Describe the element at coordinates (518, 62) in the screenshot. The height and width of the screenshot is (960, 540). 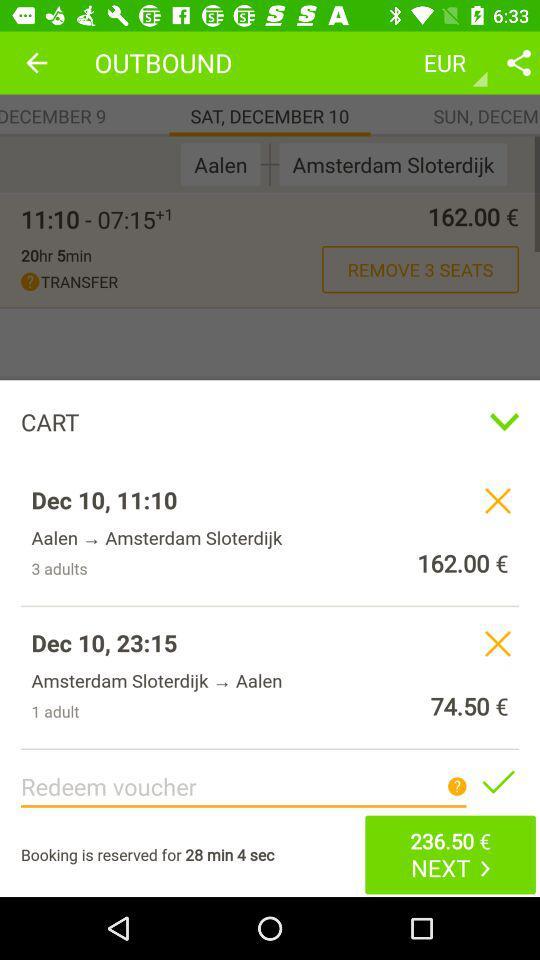
I see `share option` at that location.